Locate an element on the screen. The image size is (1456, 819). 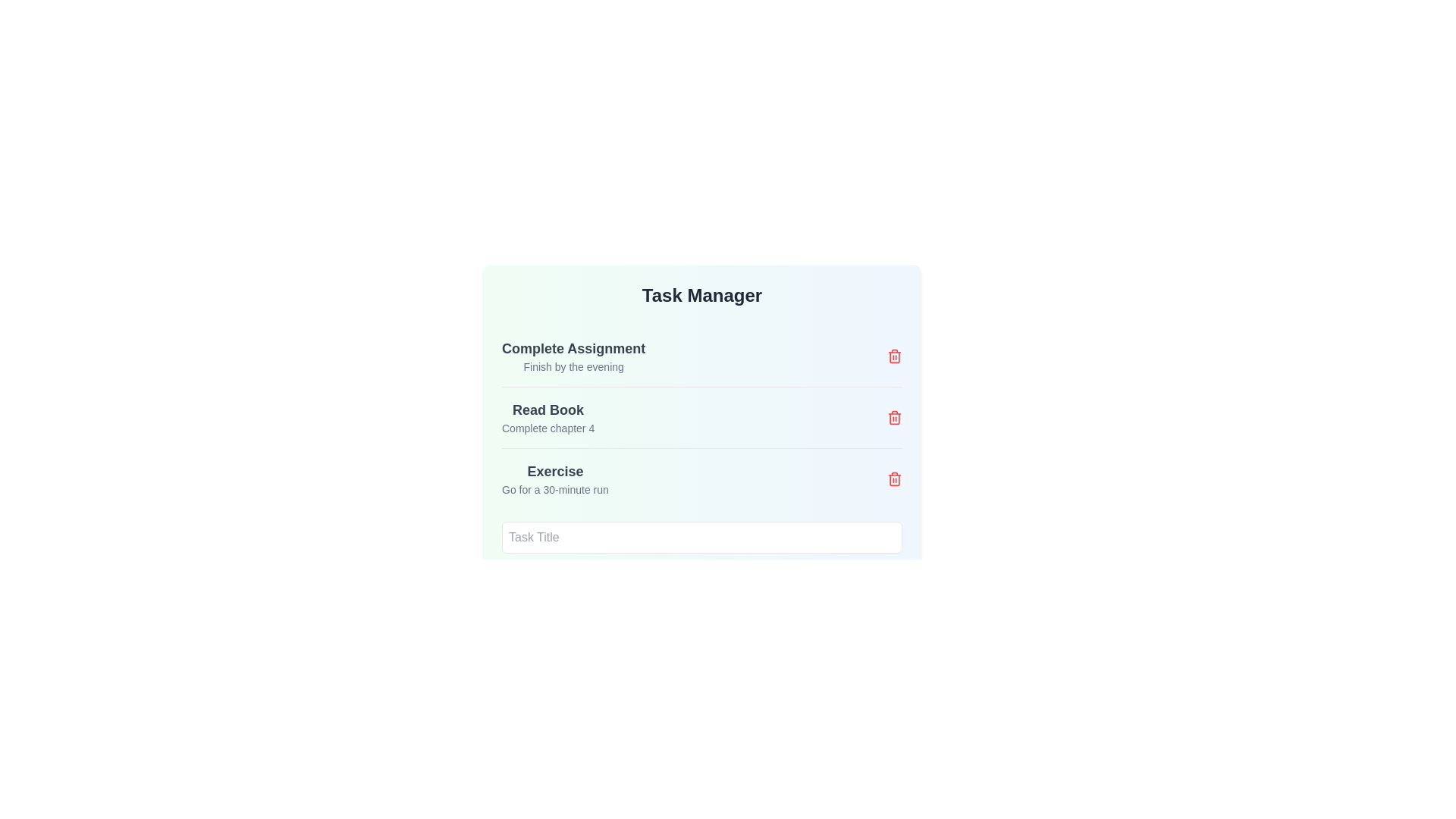
the main body of the delete icon located to the right of the 'Read Book' task description is located at coordinates (895, 418).